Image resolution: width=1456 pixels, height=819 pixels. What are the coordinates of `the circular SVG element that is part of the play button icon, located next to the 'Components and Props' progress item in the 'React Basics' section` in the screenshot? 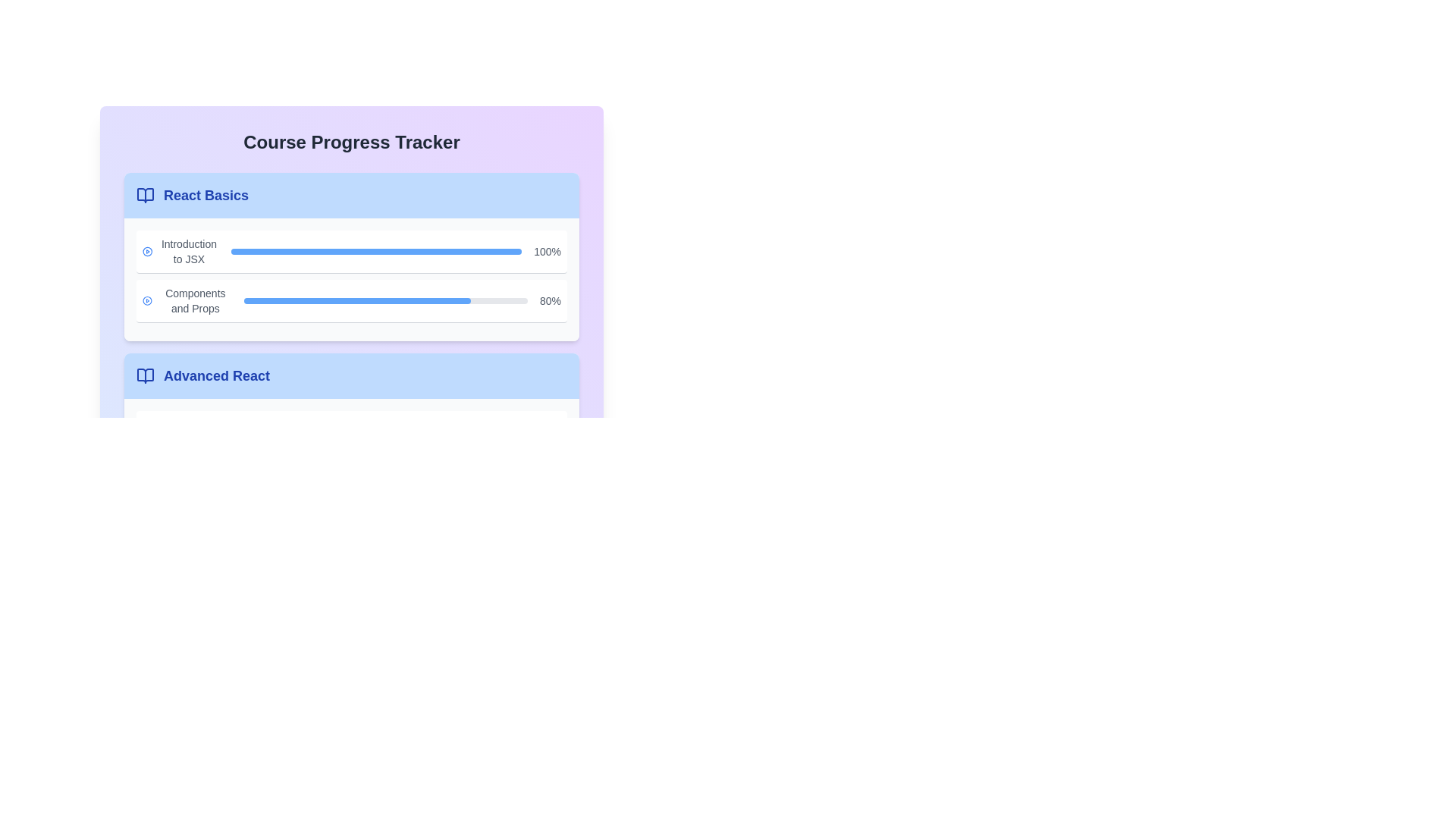 It's located at (147, 301).